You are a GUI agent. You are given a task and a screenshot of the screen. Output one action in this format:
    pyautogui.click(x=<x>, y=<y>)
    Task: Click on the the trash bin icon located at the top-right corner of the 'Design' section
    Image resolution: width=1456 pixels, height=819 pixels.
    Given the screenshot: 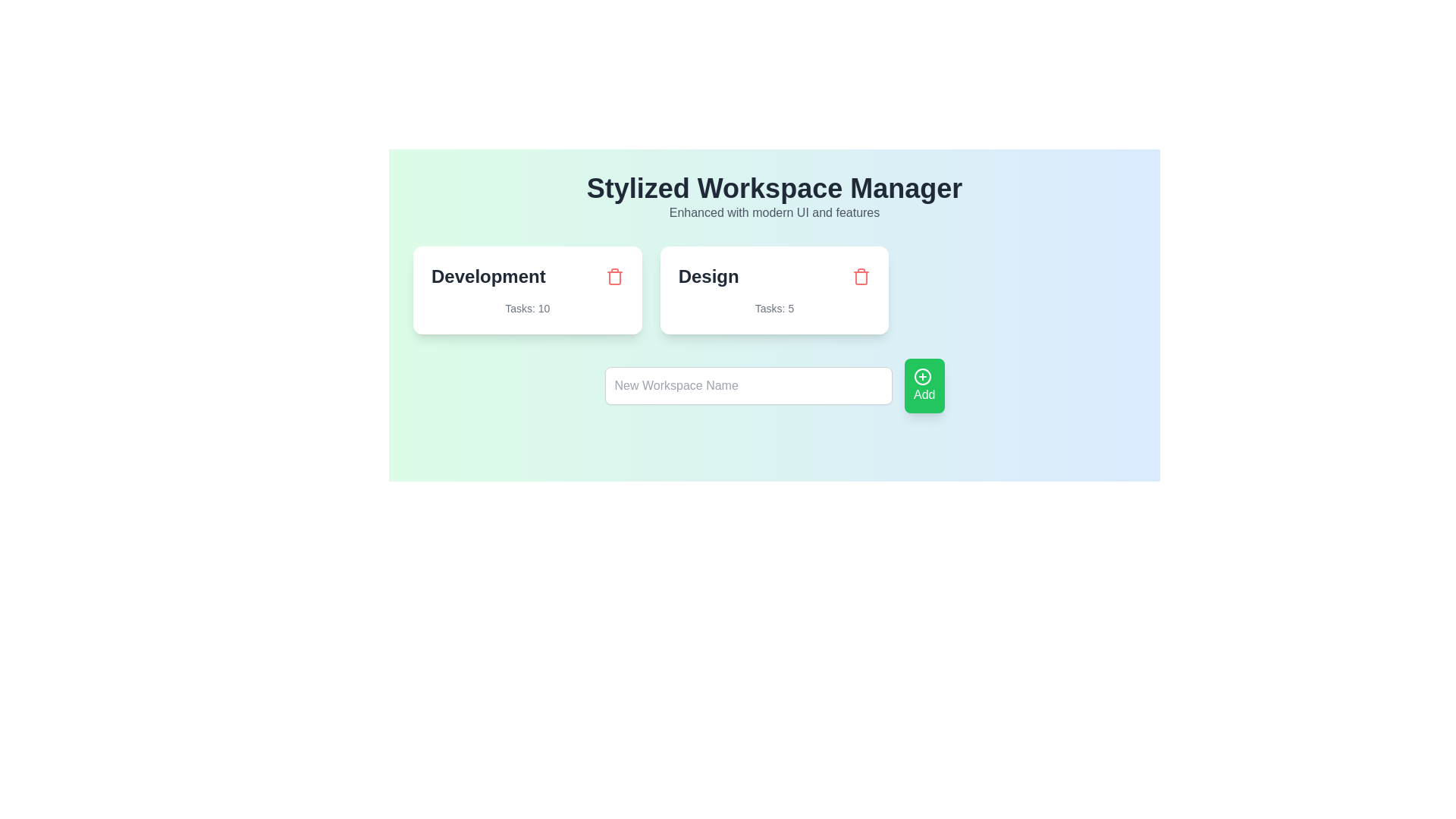 What is the action you would take?
    pyautogui.click(x=861, y=277)
    